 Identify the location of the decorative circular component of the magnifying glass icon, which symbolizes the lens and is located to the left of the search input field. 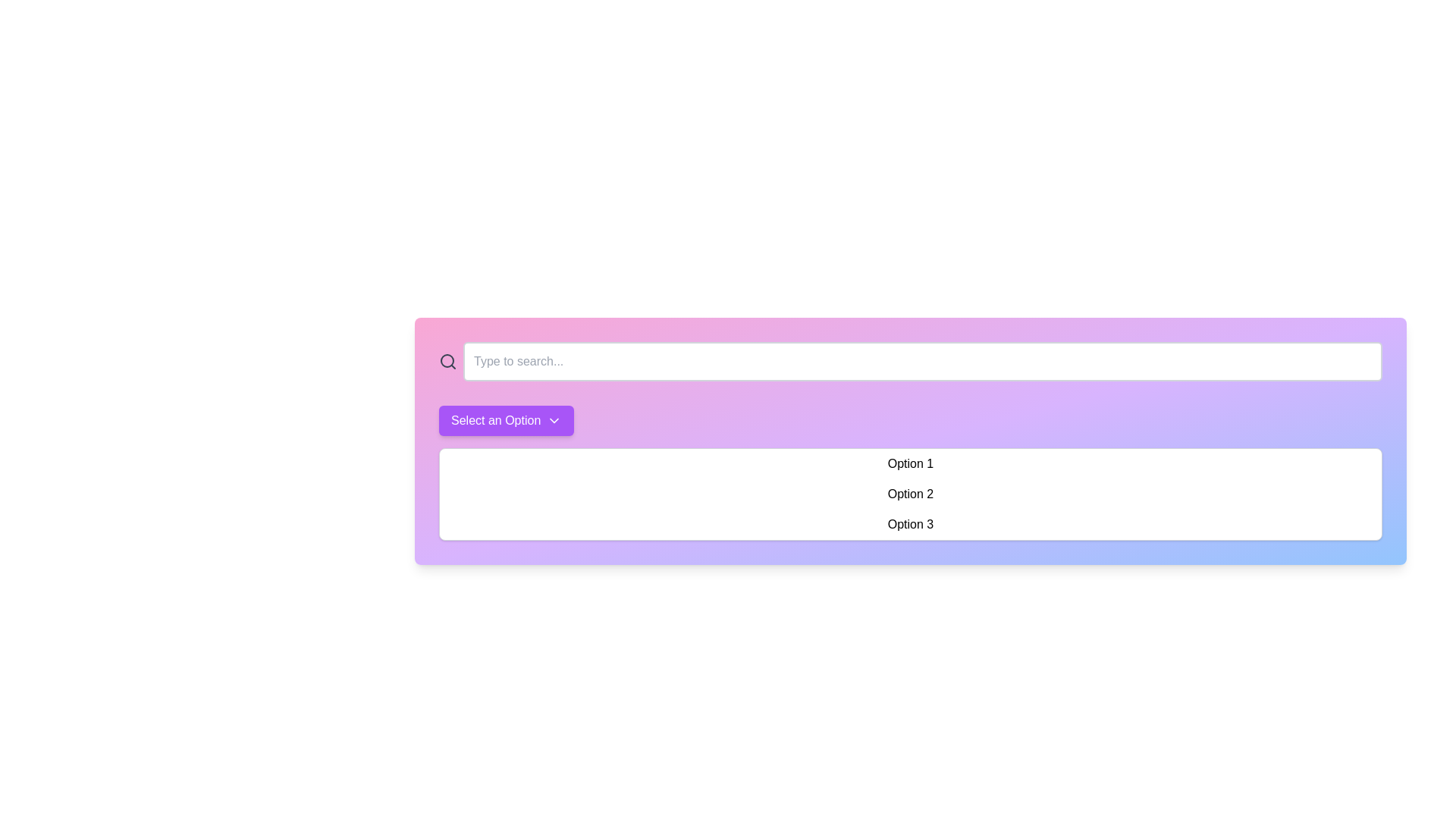
(447, 360).